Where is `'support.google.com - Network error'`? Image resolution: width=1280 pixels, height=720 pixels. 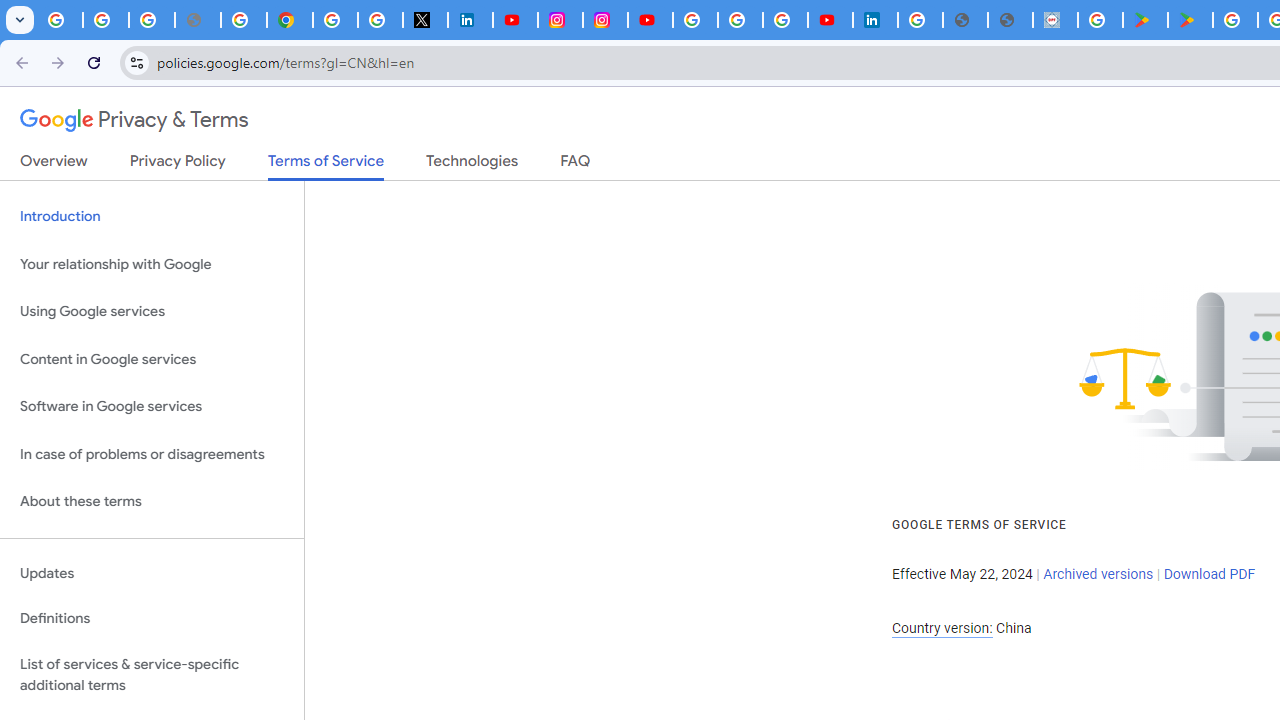
'support.google.com - Network error' is located at coordinates (198, 20).